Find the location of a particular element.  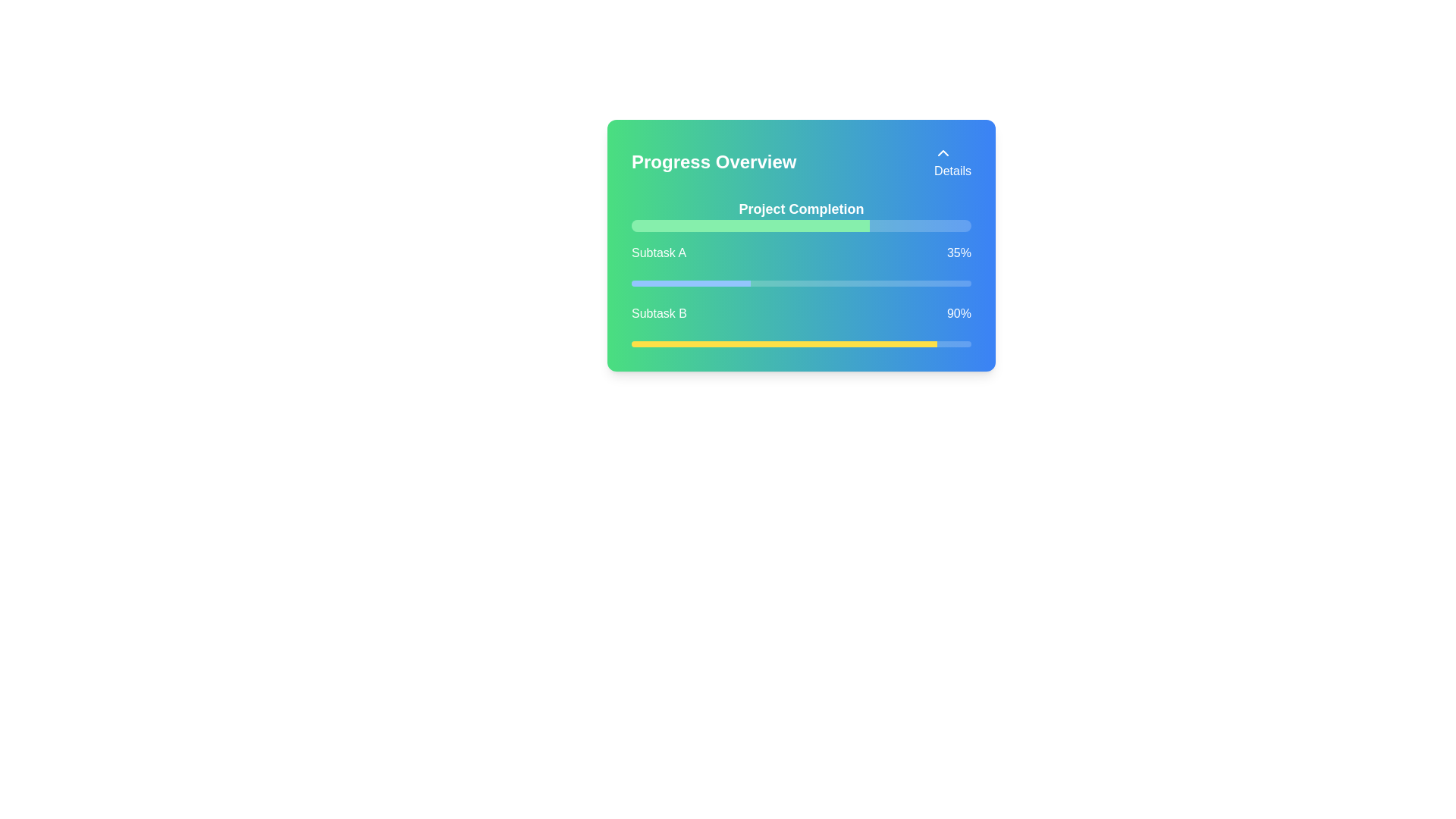

the second progress bar in the vertical list, which is partially filled with a blue segment and is located below the label 'Subtask A' indicating '35%' is located at coordinates (800, 284).